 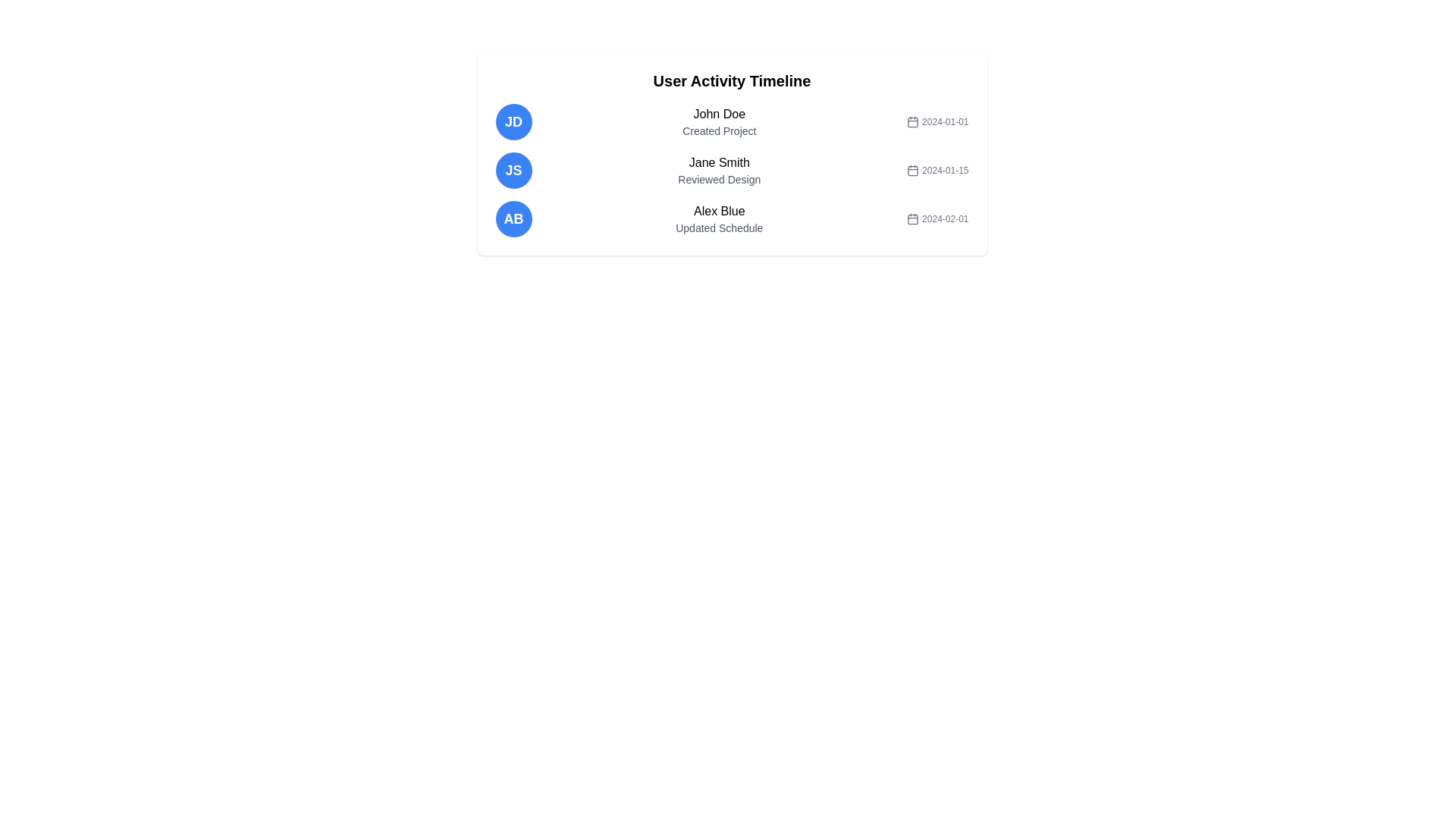 What do you see at coordinates (912, 171) in the screenshot?
I see `the modern outline calendar icon located before the date '2024-01-15' in the second row of the activity timeline` at bounding box center [912, 171].